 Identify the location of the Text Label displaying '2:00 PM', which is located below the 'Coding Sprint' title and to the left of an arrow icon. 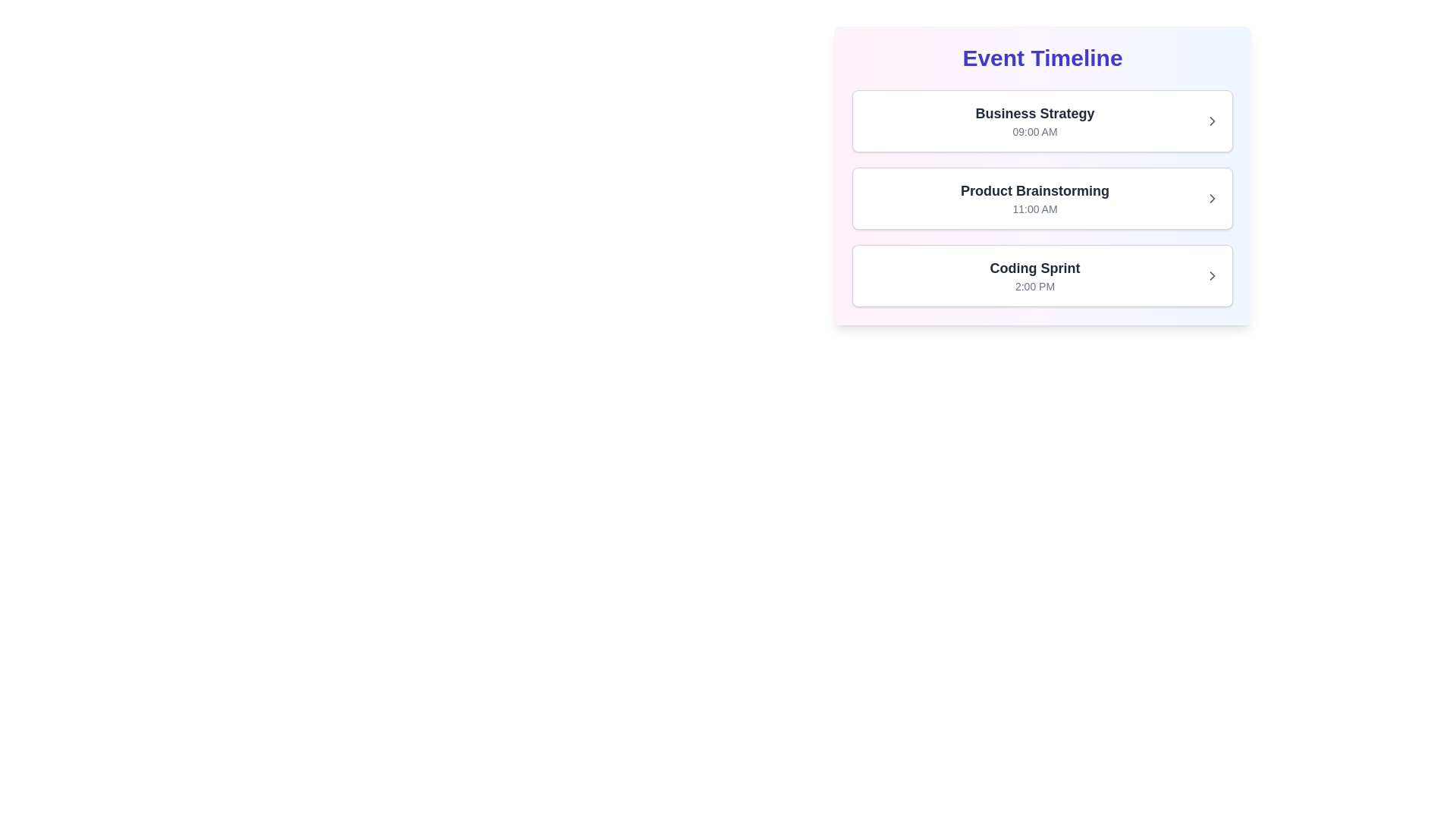
(1034, 287).